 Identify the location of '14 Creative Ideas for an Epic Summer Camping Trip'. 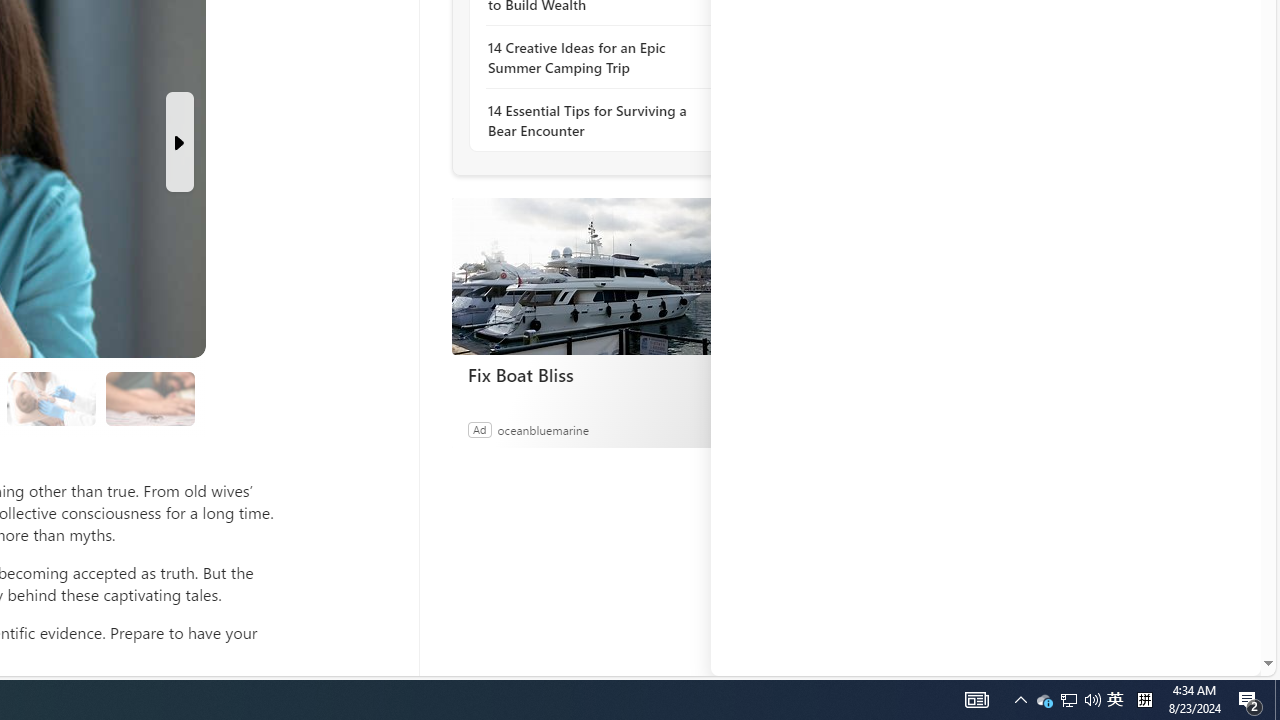
(595, 56).